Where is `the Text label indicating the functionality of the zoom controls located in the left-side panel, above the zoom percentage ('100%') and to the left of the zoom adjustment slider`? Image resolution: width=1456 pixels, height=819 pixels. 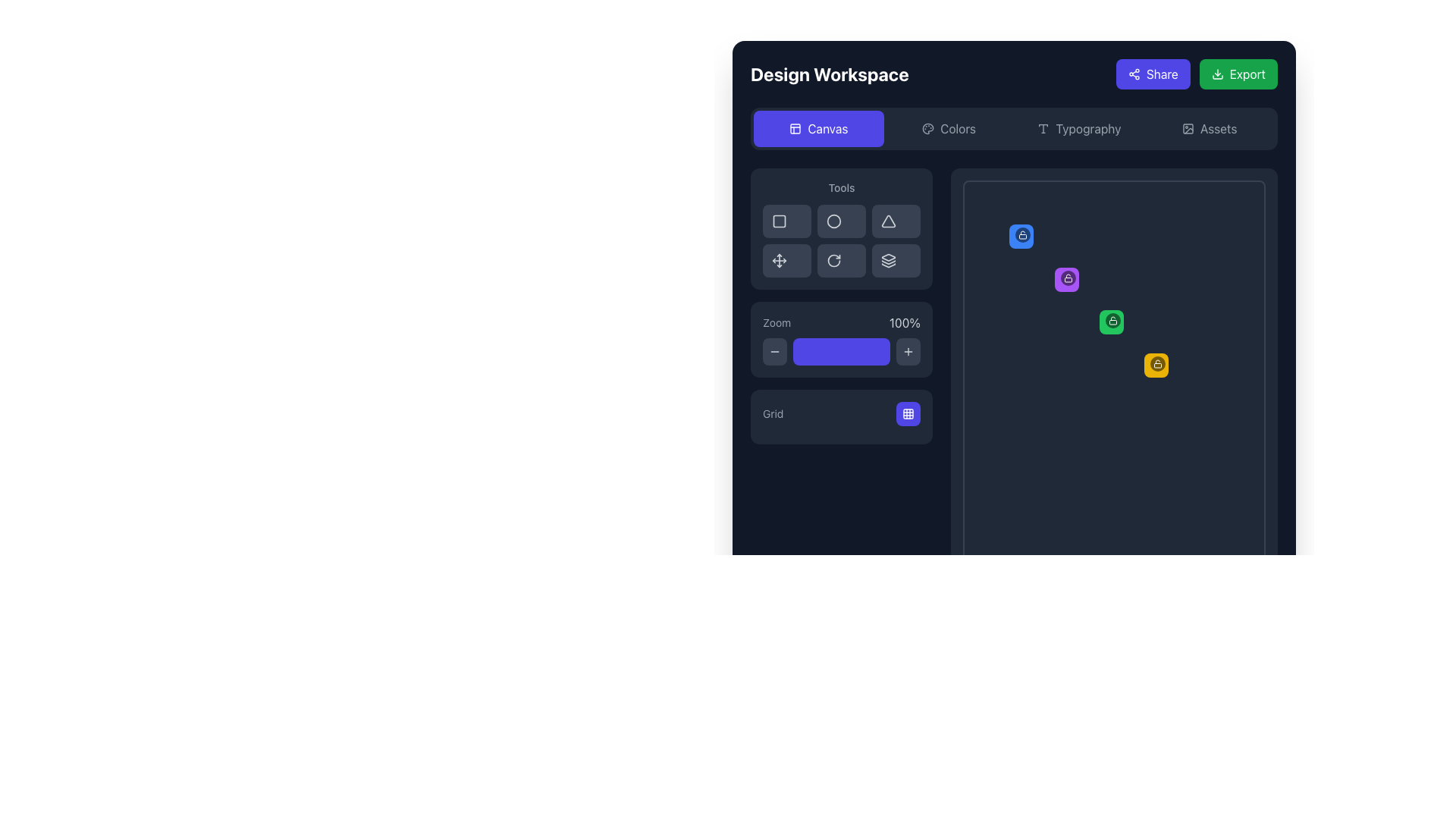
the Text label indicating the functionality of the zoom controls located in the left-side panel, above the zoom percentage ('100%') and to the left of the zoom adjustment slider is located at coordinates (777, 322).